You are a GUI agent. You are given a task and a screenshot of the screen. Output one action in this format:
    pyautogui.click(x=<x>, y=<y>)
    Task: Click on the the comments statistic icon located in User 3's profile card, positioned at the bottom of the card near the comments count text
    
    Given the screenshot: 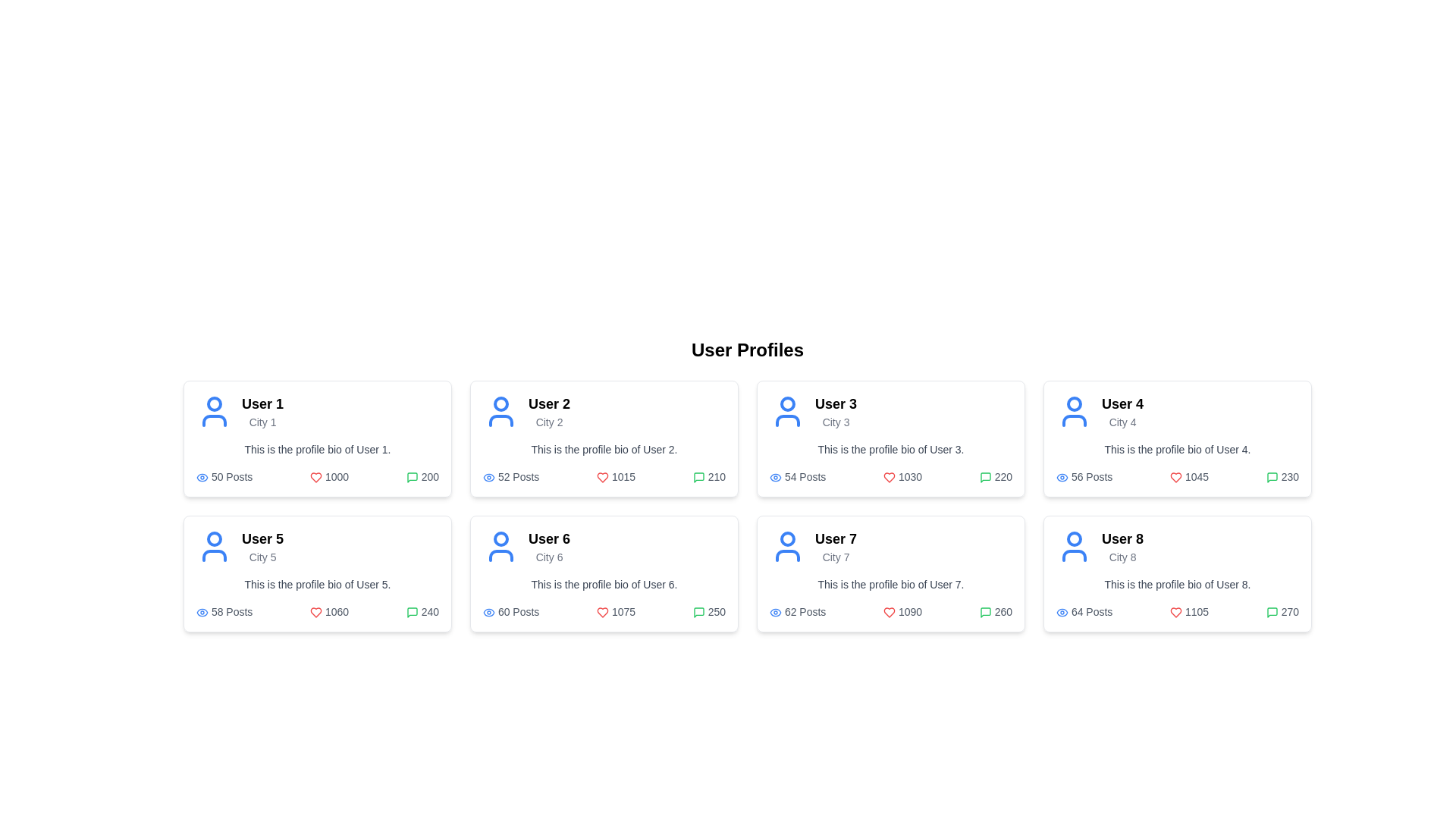 What is the action you would take?
    pyautogui.click(x=985, y=478)
    